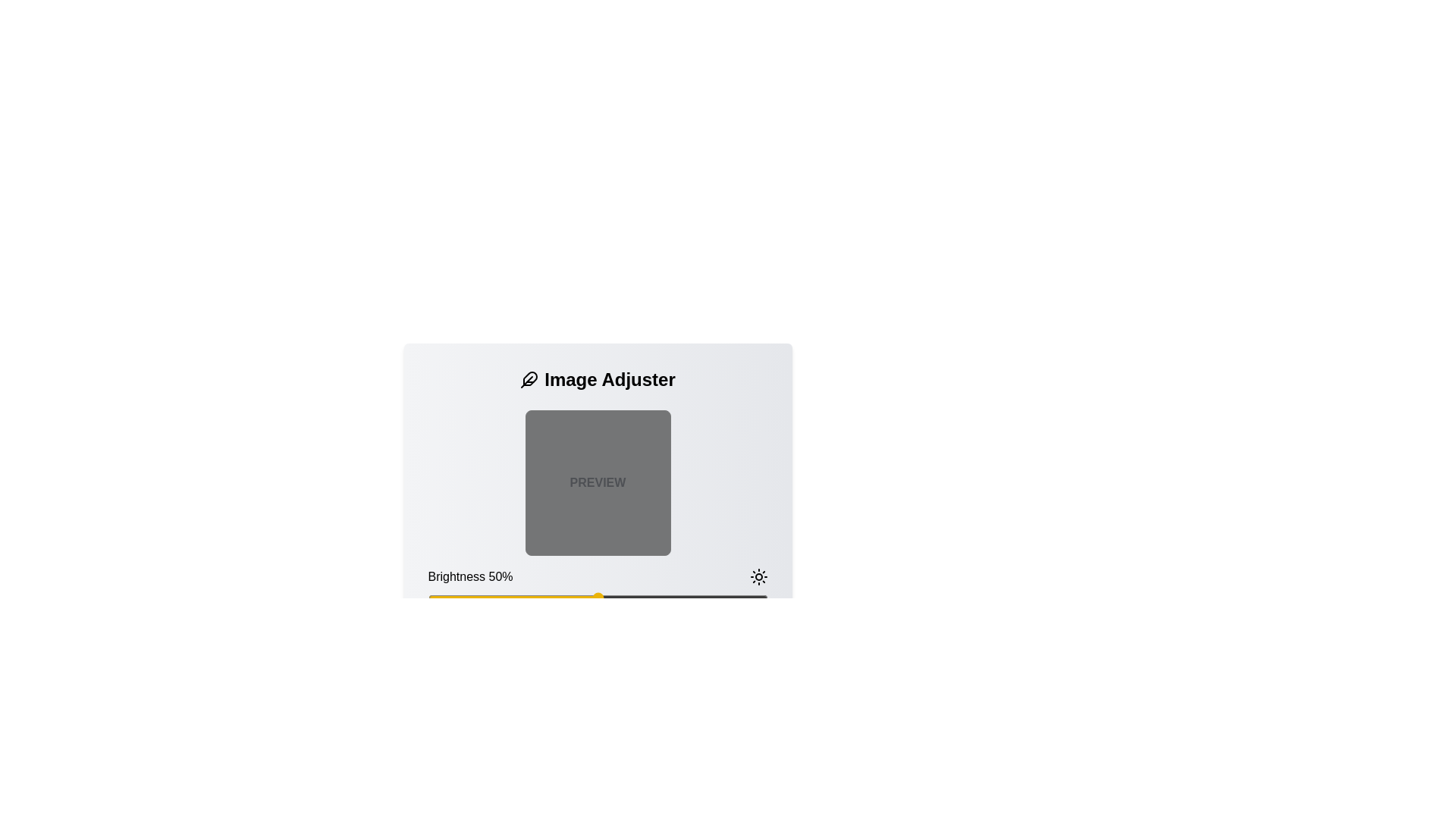 The image size is (1456, 819). Describe the element at coordinates (570, 598) in the screenshot. I see `the slider` at that location.